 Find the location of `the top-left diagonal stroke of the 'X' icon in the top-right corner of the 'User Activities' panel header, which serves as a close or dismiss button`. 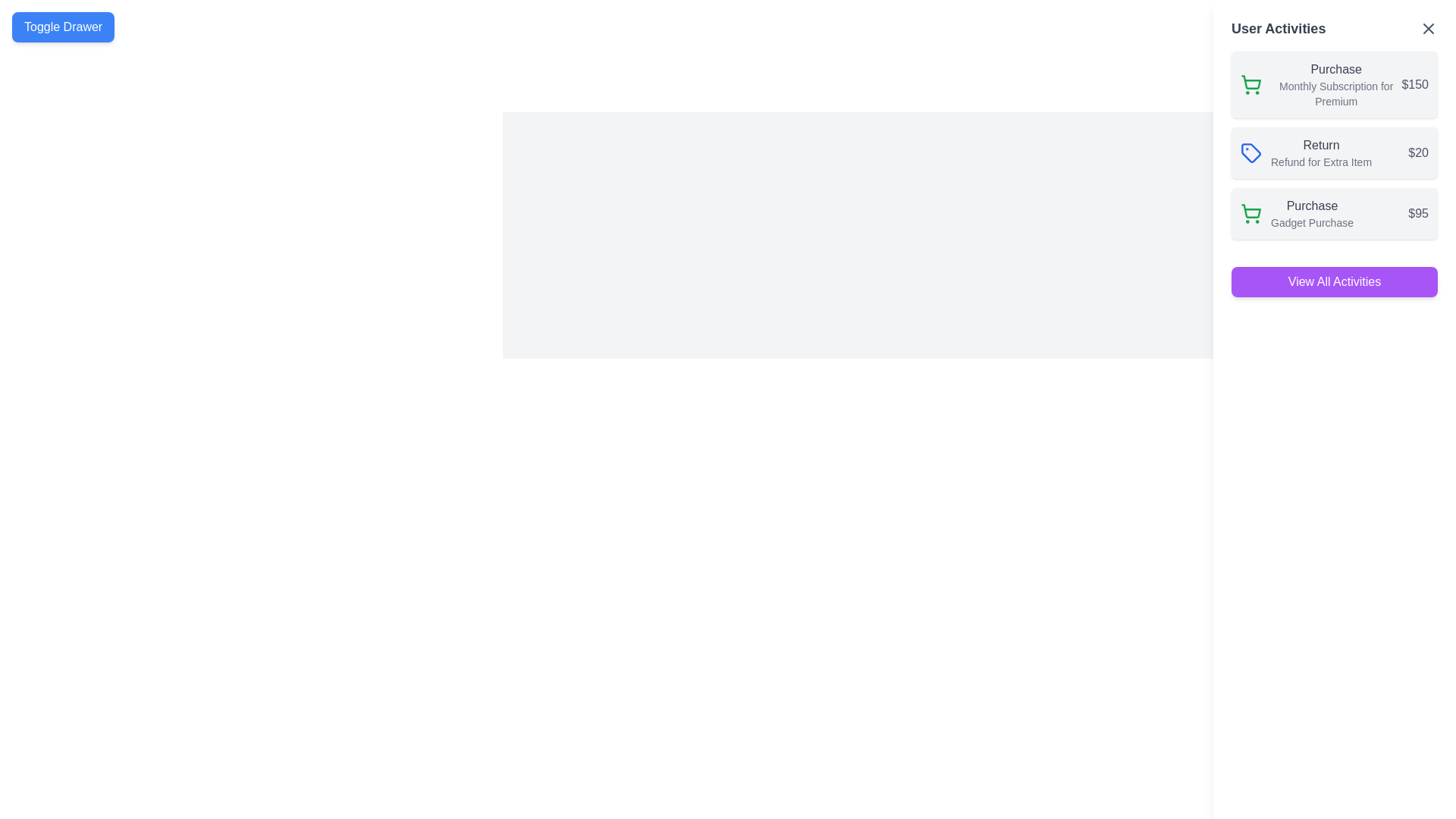

the top-left diagonal stroke of the 'X' icon in the top-right corner of the 'User Activities' panel header, which serves as a close or dismiss button is located at coordinates (1427, 29).